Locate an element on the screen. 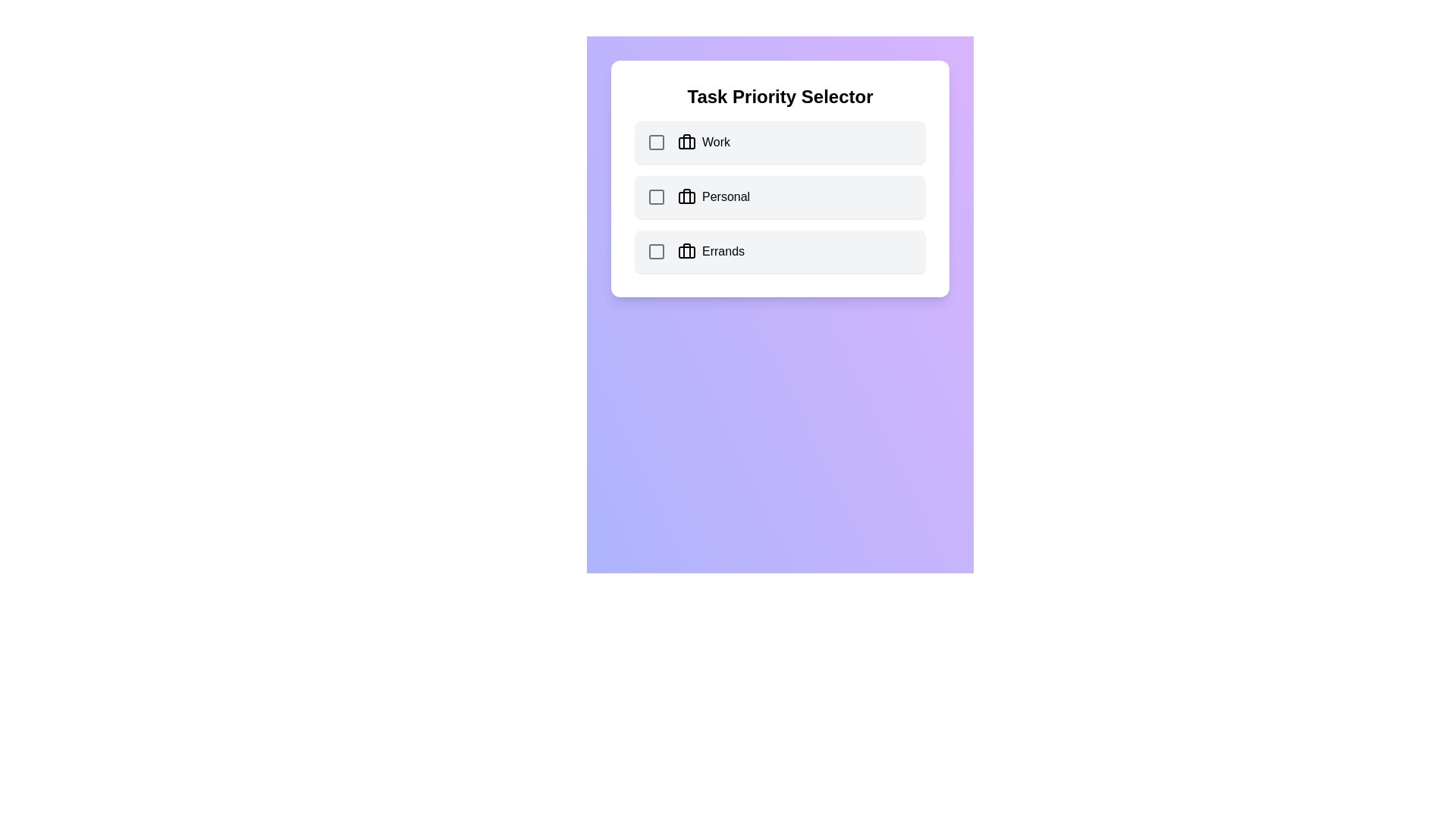 The image size is (1456, 819). the category Errands by clicking on its row is located at coordinates (780, 250).